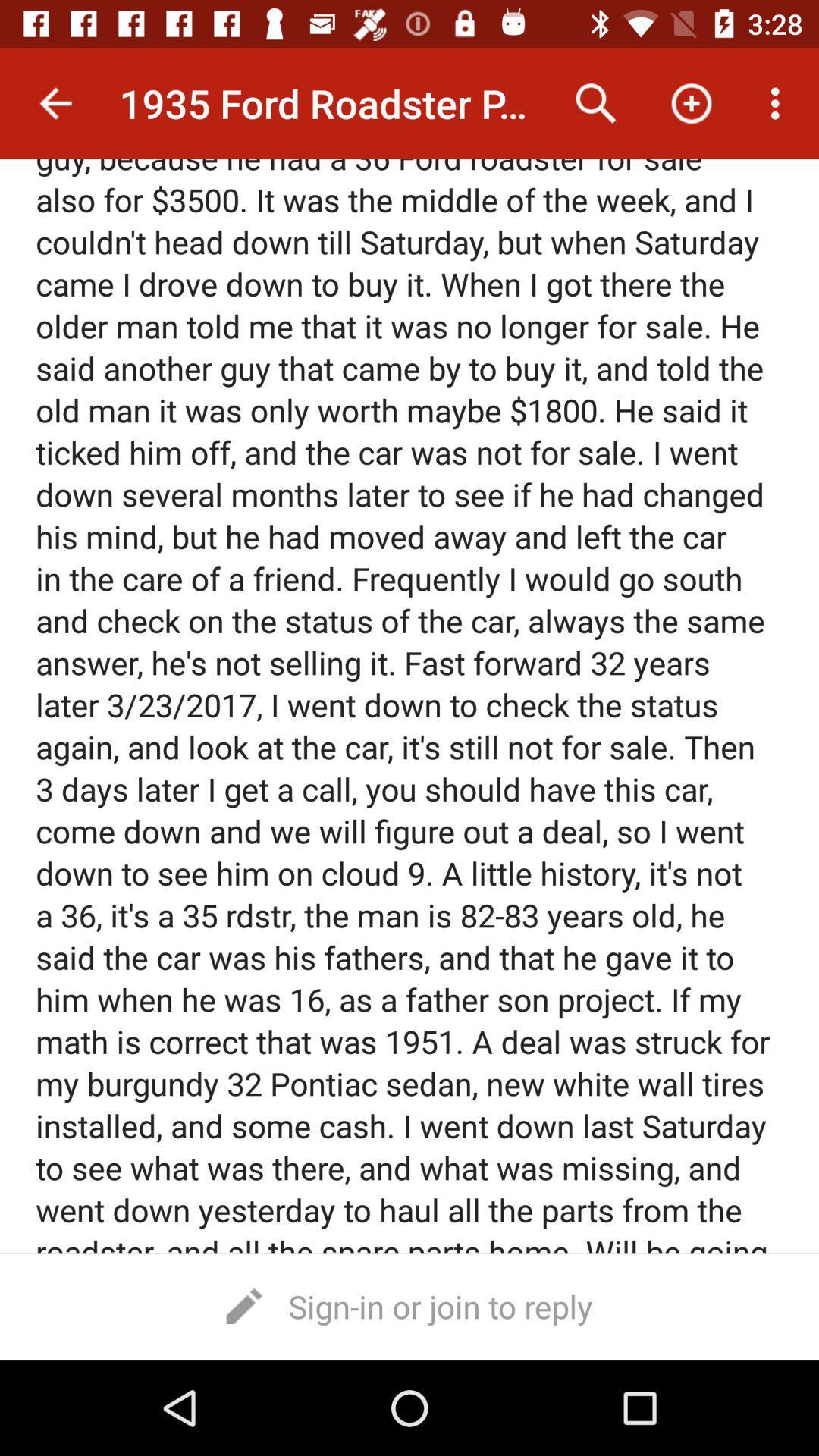 The image size is (819, 1456). What do you see at coordinates (409, 1305) in the screenshot?
I see `sign in to the app` at bounding box center [409, 1305].